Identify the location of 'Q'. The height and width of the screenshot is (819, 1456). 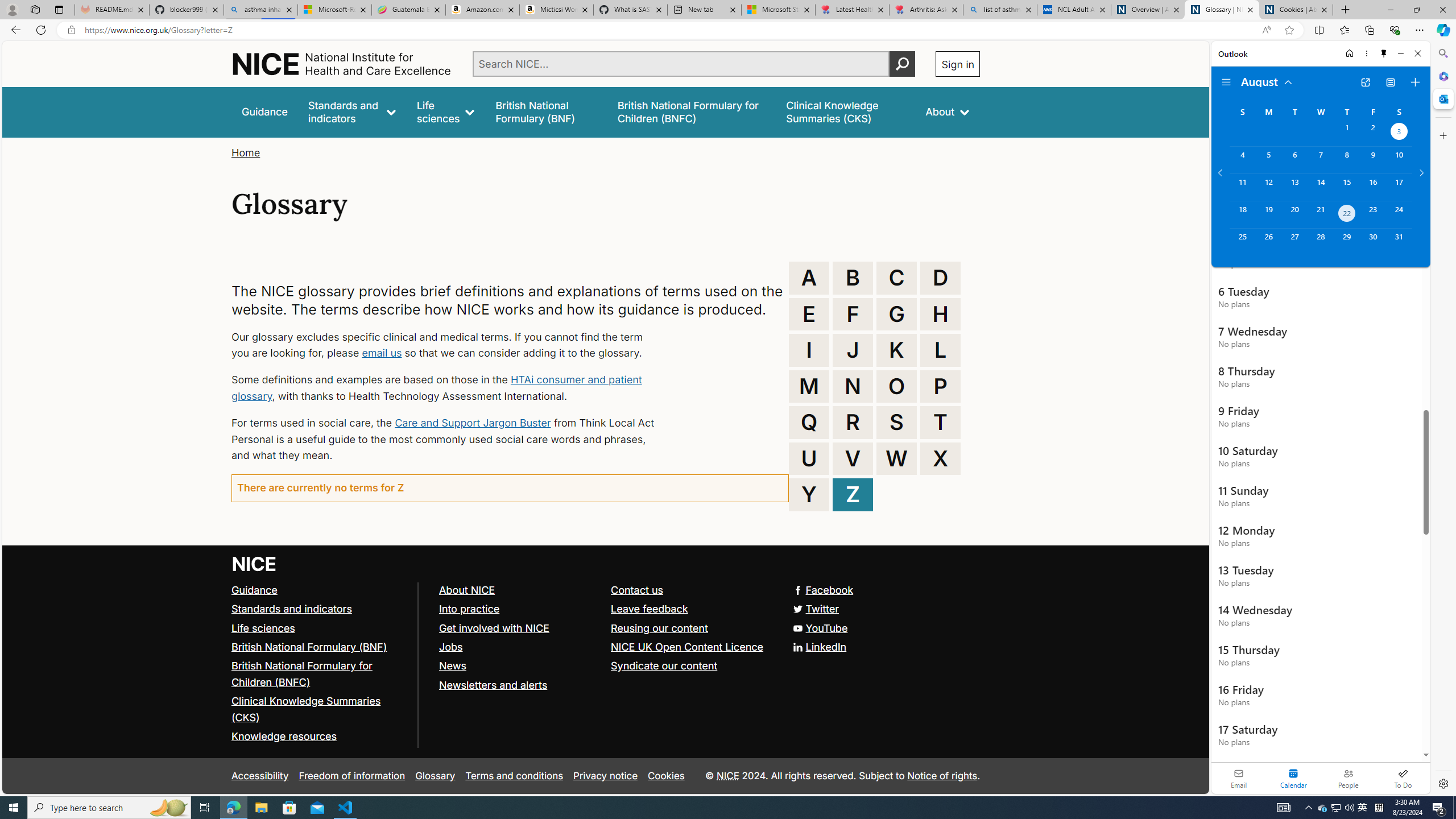
(809, 422).